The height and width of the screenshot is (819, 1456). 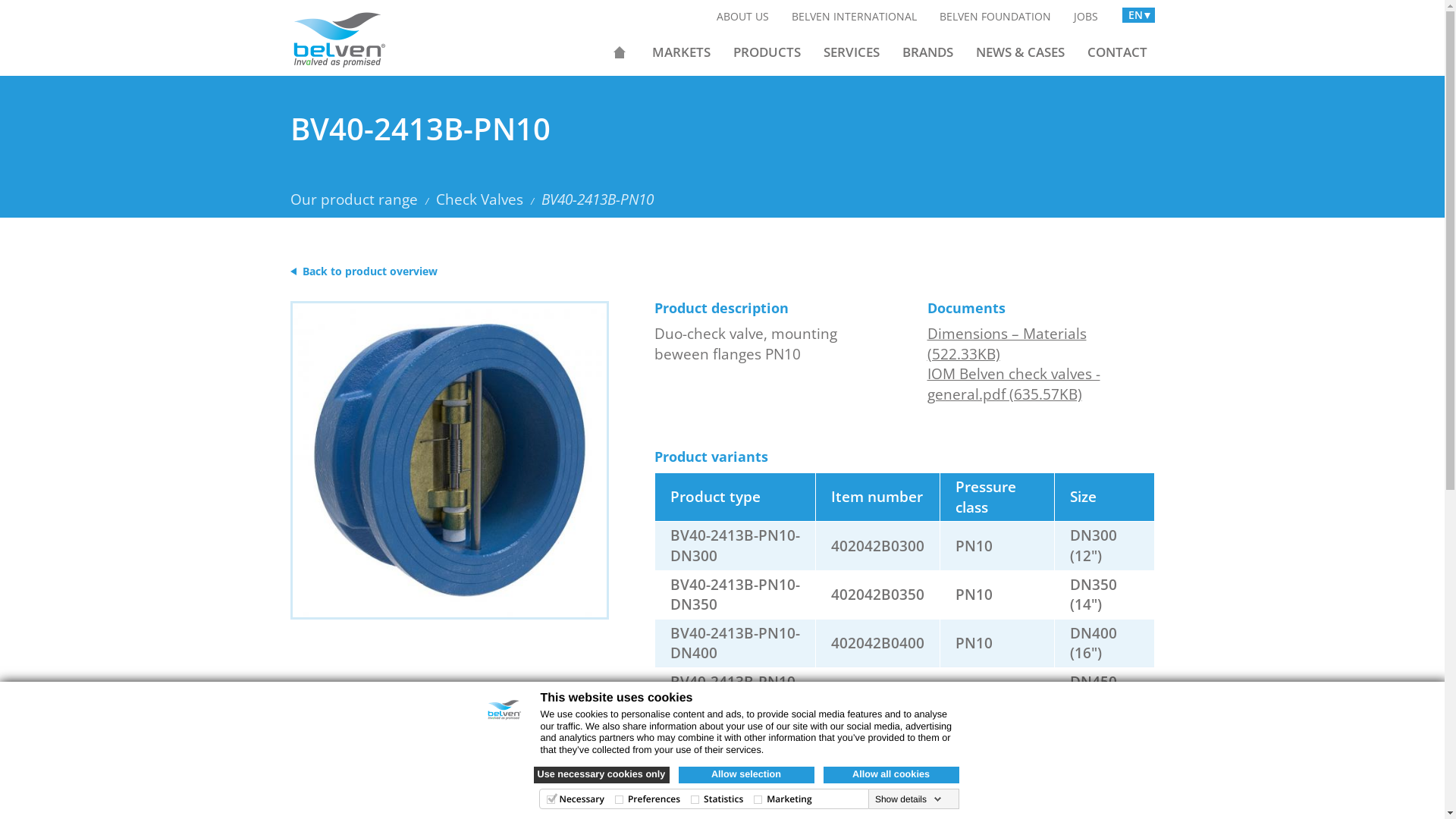 I want to click on 'BELVEN INTERNATIONAL', so click(x=853, y=17).